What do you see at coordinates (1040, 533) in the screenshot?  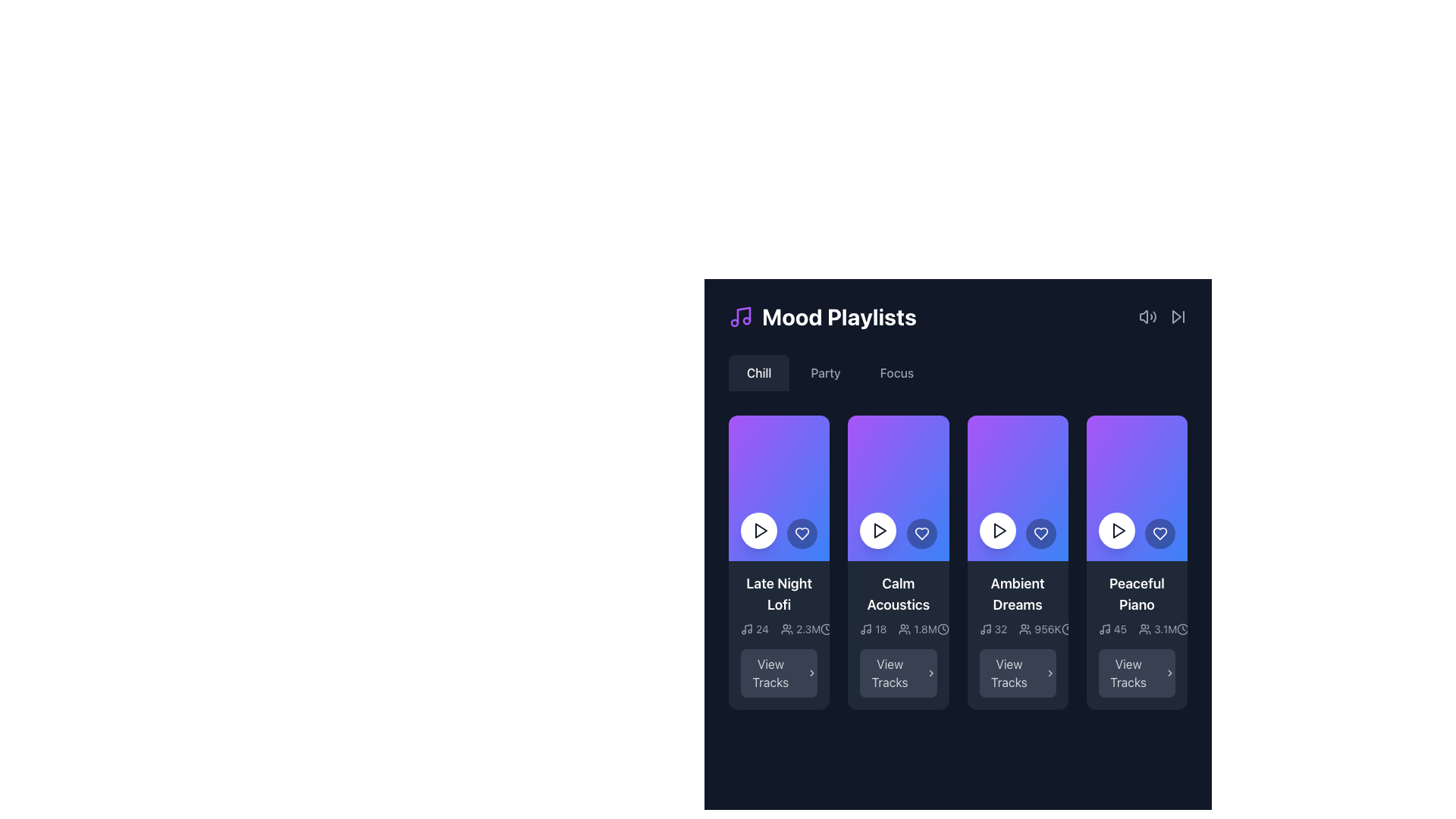 I see `the heart-shaped icon with a hollow outline, styled in white, located in the lower part of the 'Ambient Dreams' playlist card, adjacent to the play button` at bounding box center [1040, 533].